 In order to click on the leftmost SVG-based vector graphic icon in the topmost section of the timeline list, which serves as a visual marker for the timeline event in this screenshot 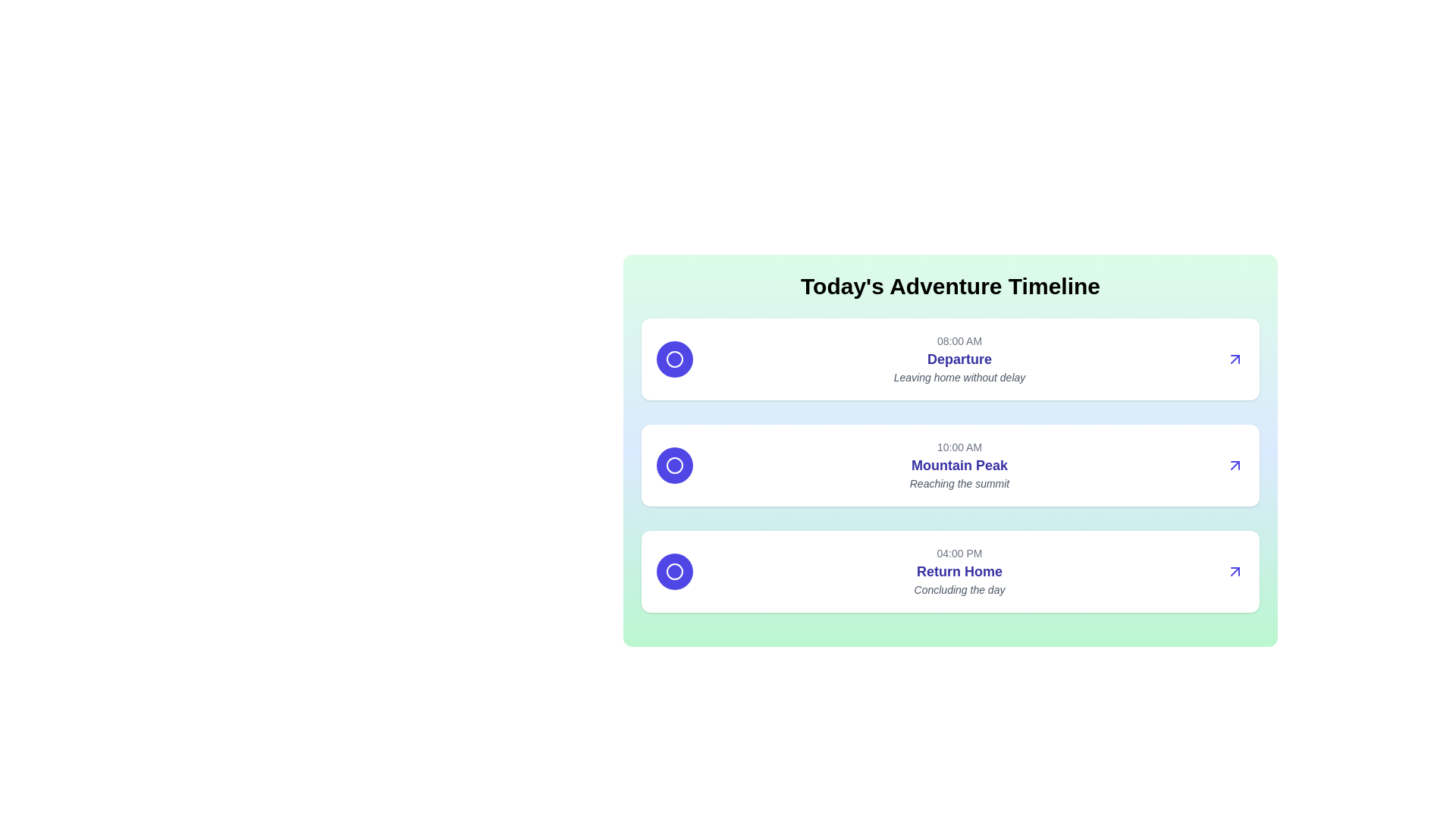, I will do `click(673, 359)`.